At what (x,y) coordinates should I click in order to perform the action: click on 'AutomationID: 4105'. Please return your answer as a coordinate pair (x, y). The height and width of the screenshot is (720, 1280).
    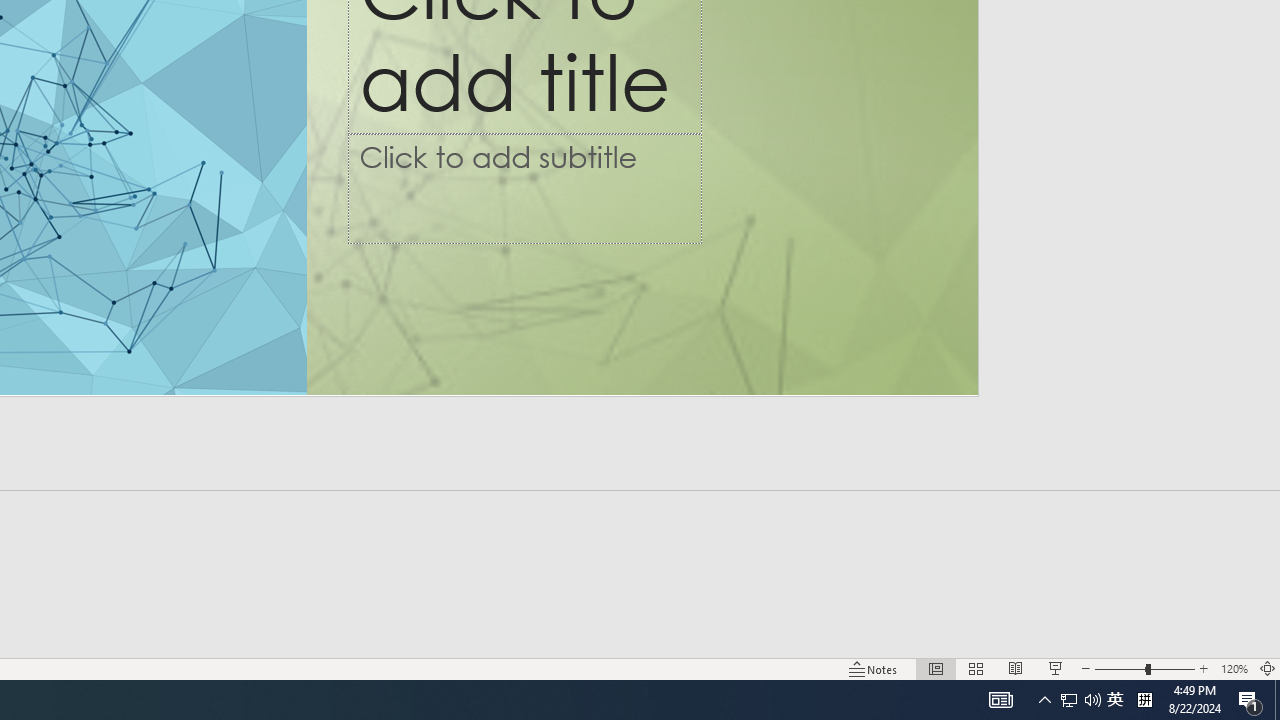
    Looking at the image, I should click on (1000, 698).